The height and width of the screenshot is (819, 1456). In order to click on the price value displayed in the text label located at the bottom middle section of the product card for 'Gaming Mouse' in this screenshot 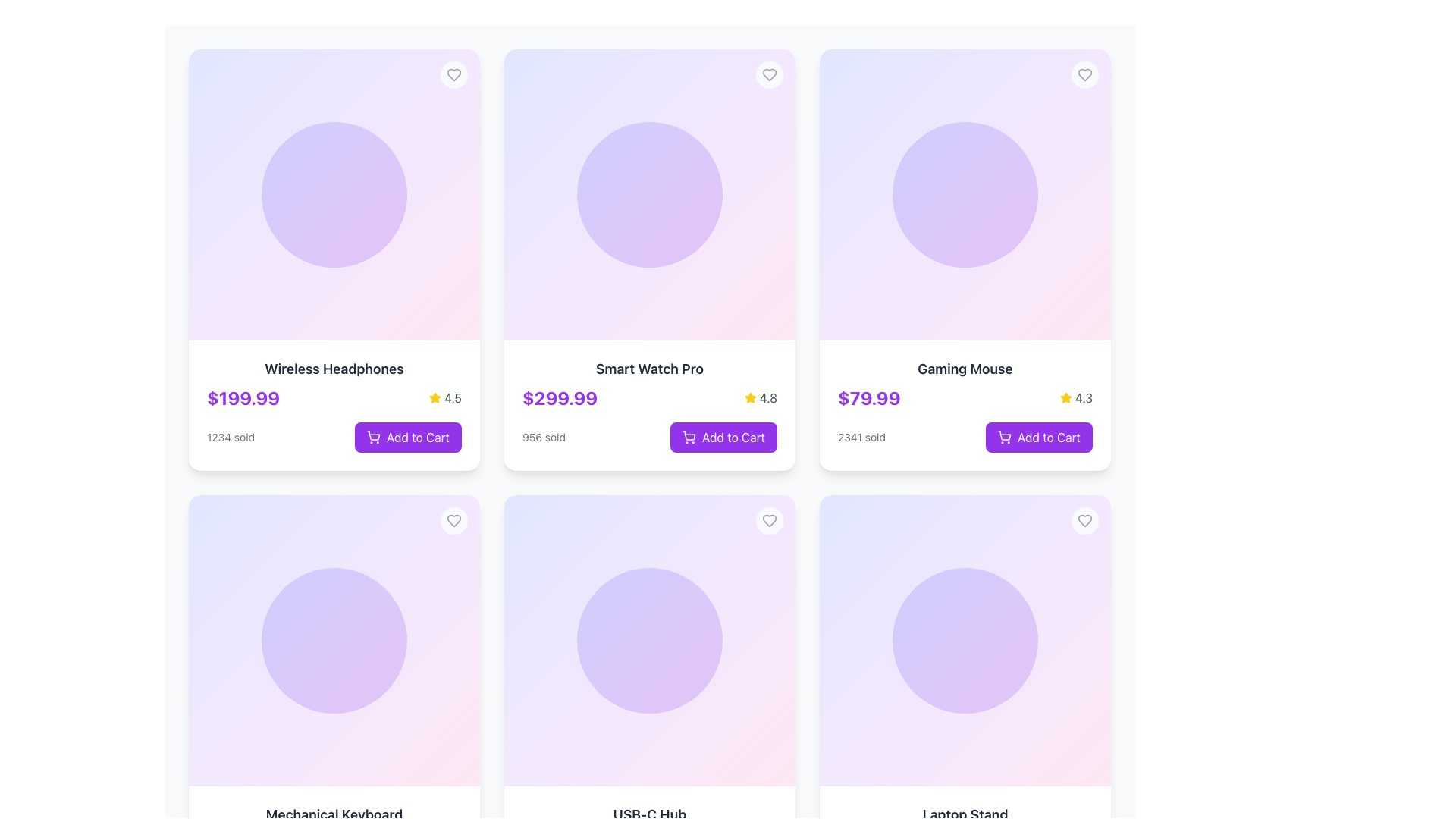, I will do `click(869, 397)`.